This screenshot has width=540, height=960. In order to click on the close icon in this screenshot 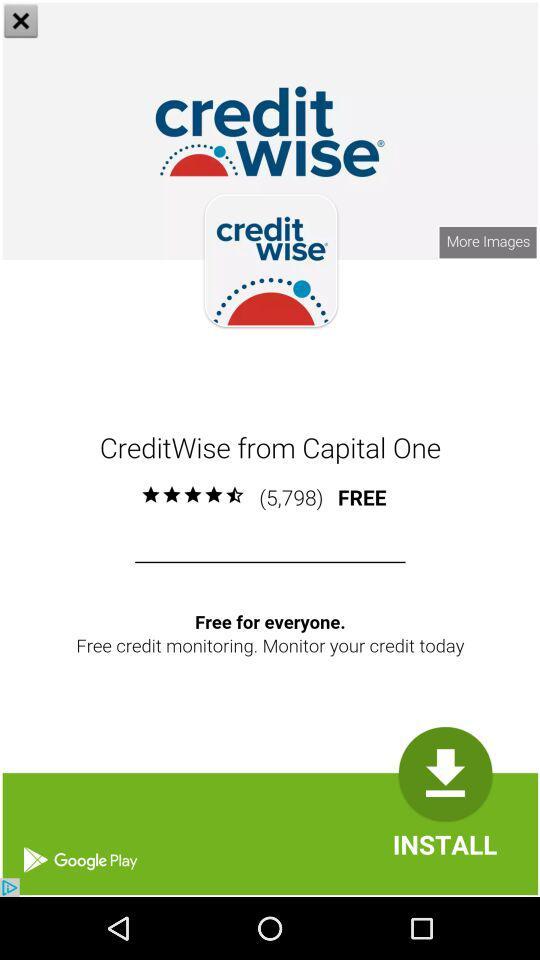, I will do `click(20, 21)`.